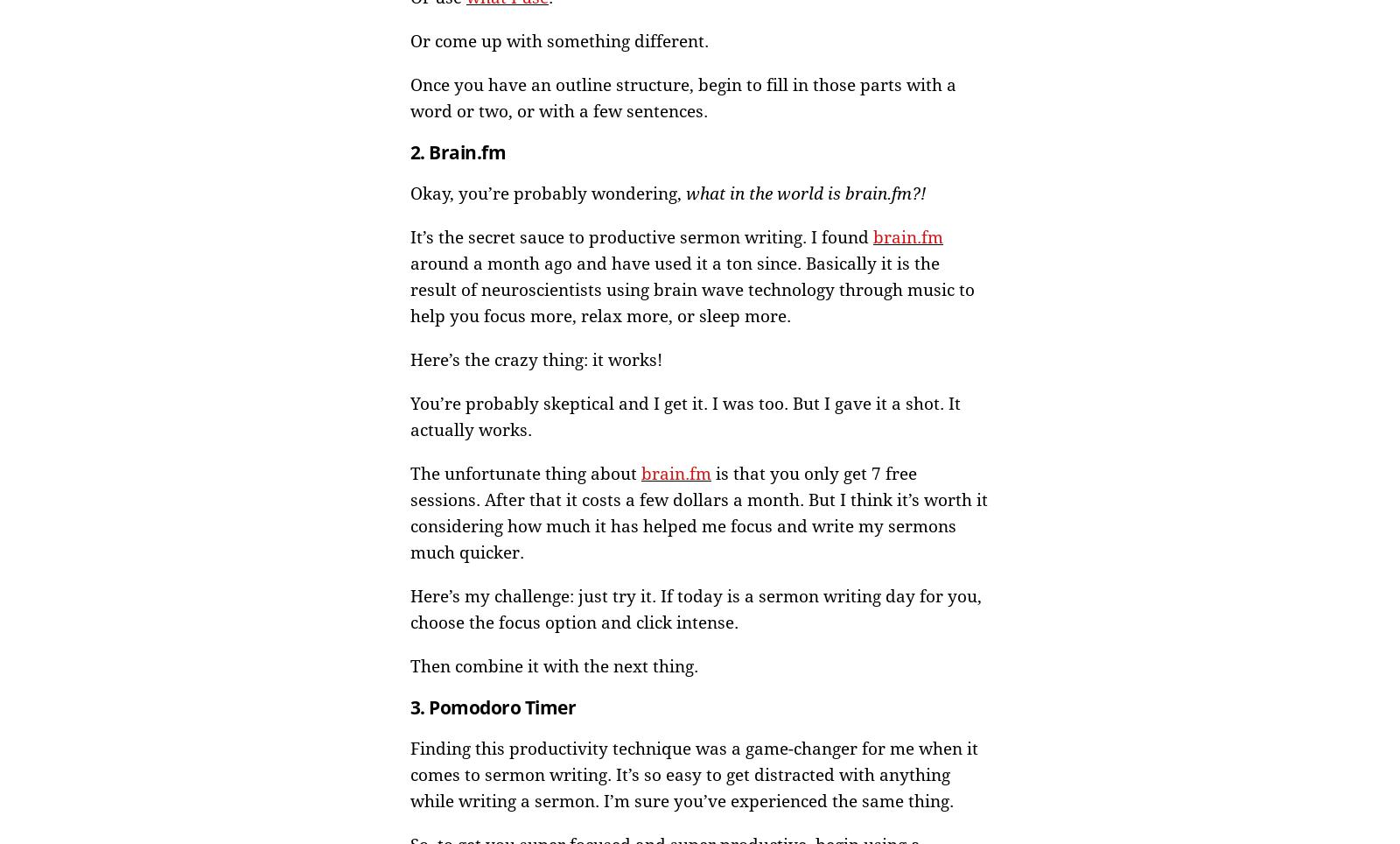 The width and height of the screenshot is (1400, 844). Describe the element at coordinates (524, 473) in the screenshot. I see `'The unfortunate thing about'` at that location.